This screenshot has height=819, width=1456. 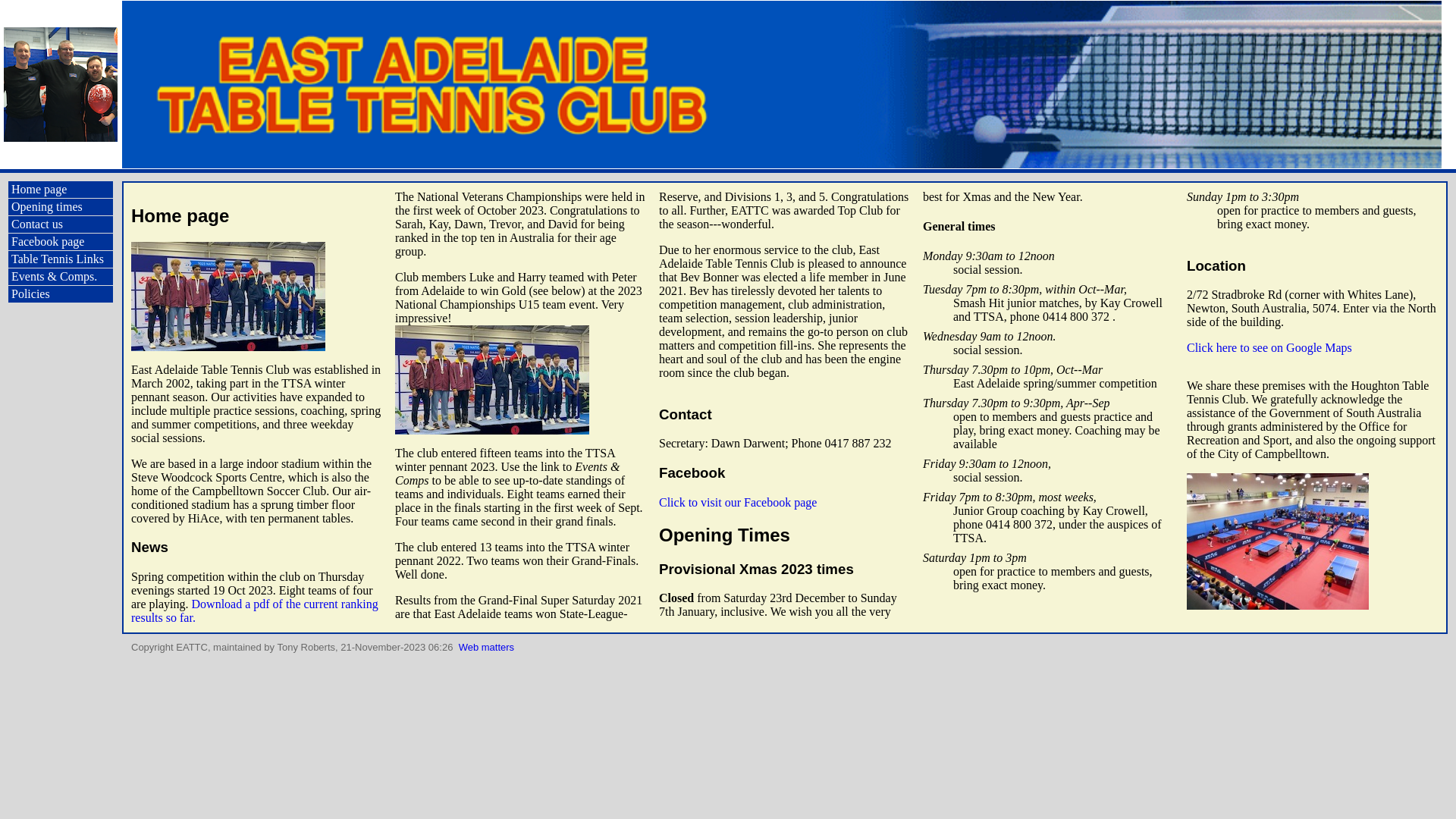 What do you see at coordinates (61, 241) in the screenshot?
I see `'Facebook page'` at bounding box center [61, 241].